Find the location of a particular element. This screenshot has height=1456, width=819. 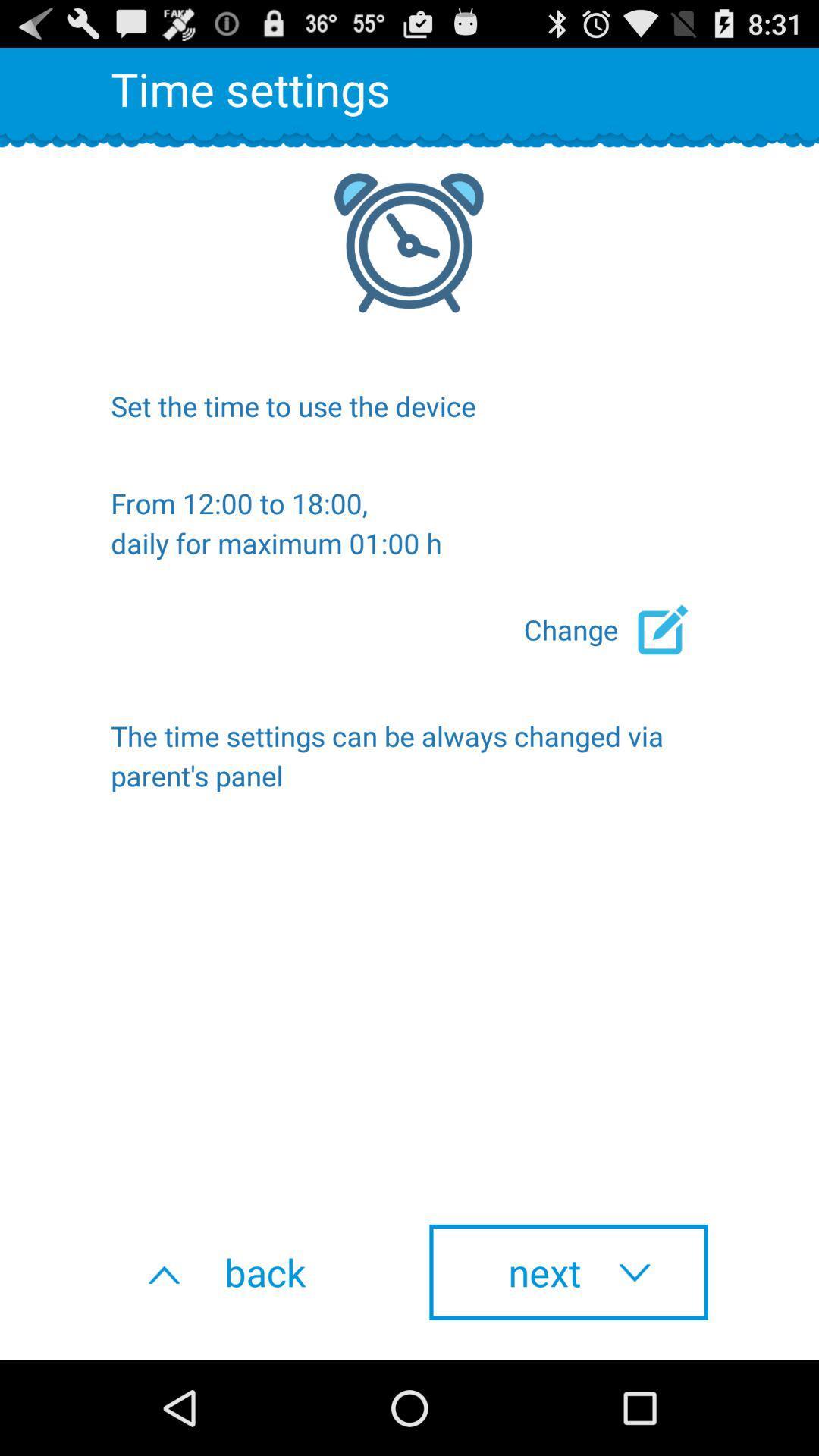

the button to the left of next button is located at coordinates (249, 1272).